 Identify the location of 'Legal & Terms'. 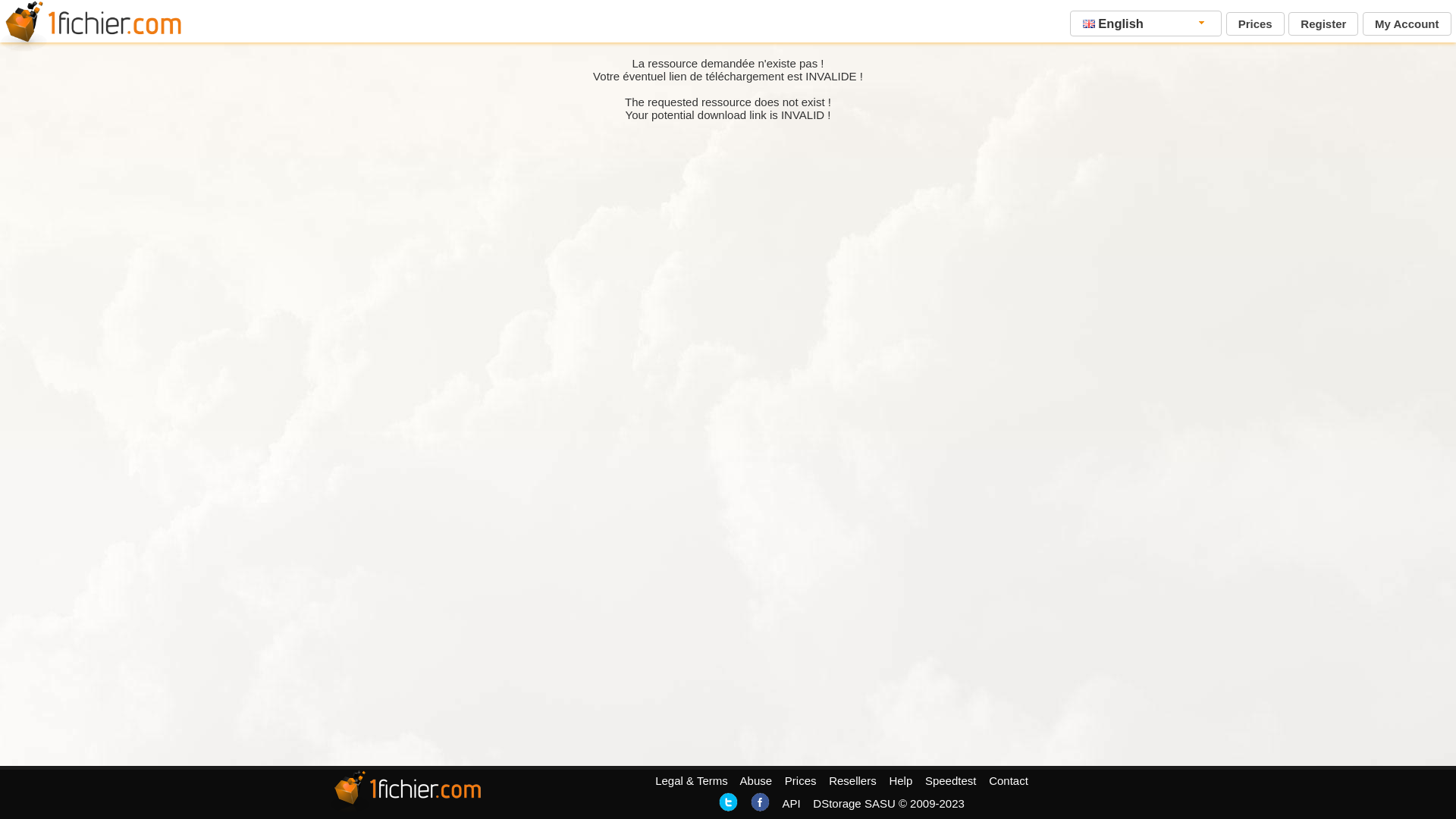
(691, 780).